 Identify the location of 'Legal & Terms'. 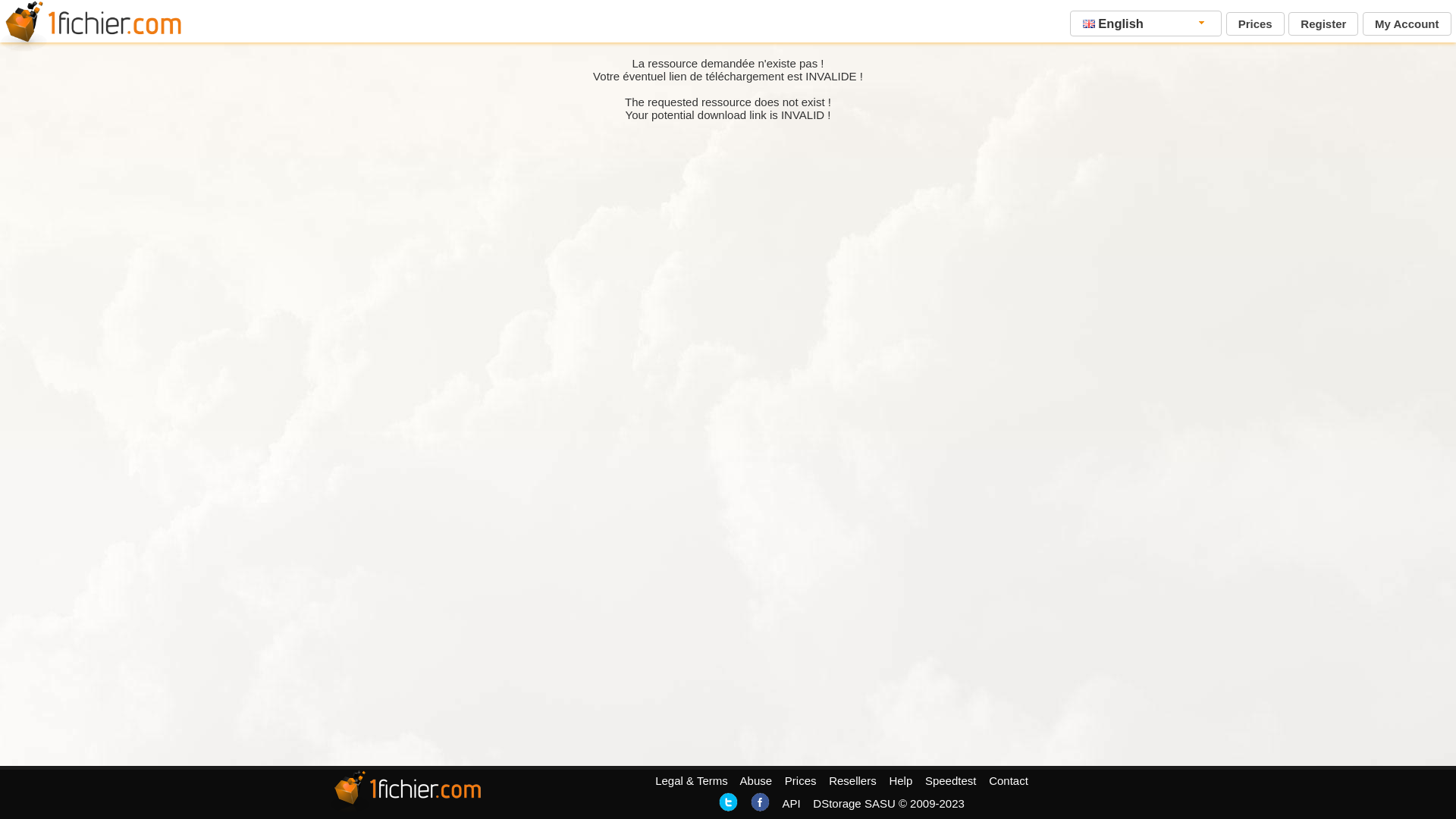
(691, 780).